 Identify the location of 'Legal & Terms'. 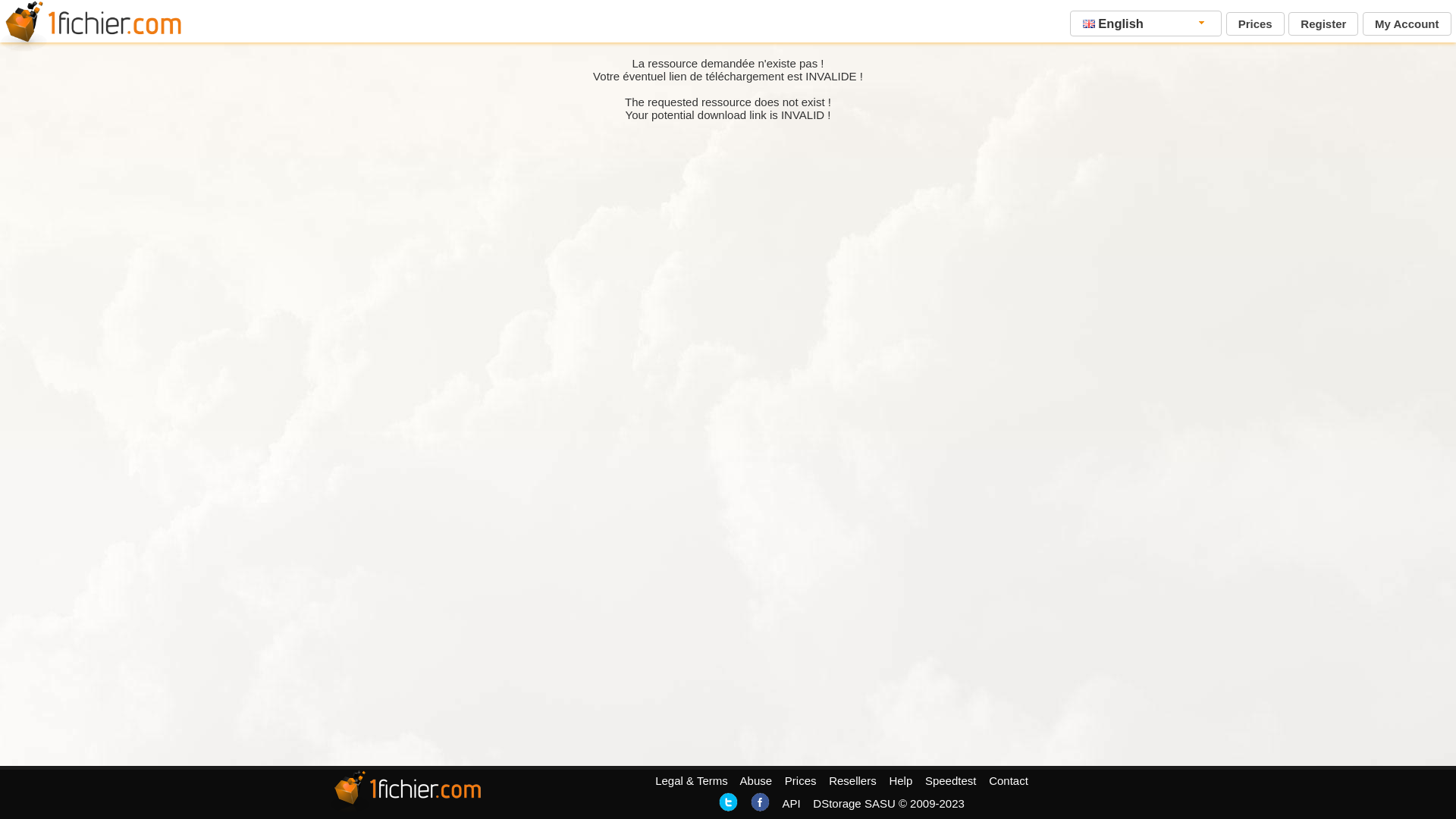
(691, 780).